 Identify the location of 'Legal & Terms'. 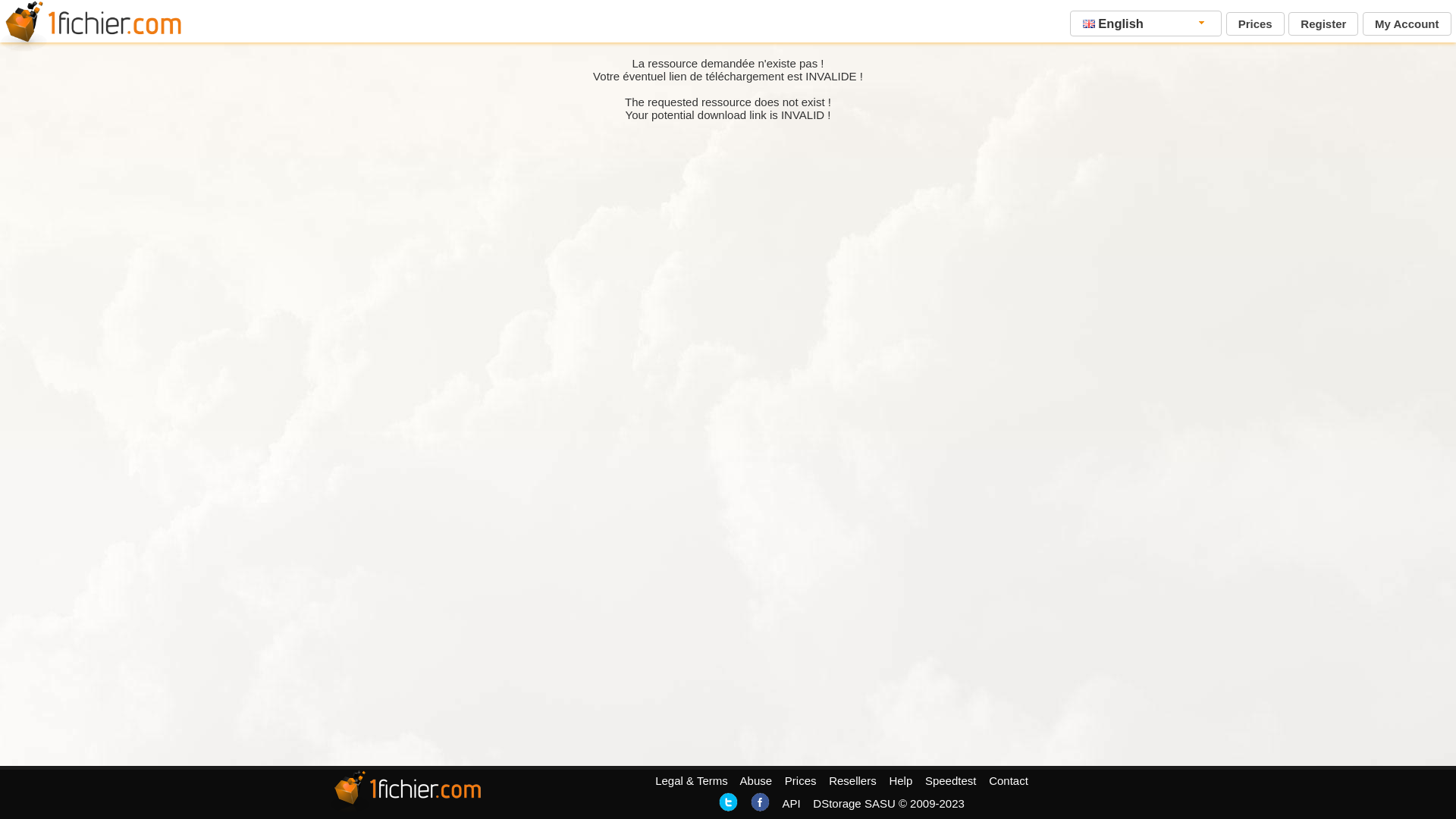
(691, 780).